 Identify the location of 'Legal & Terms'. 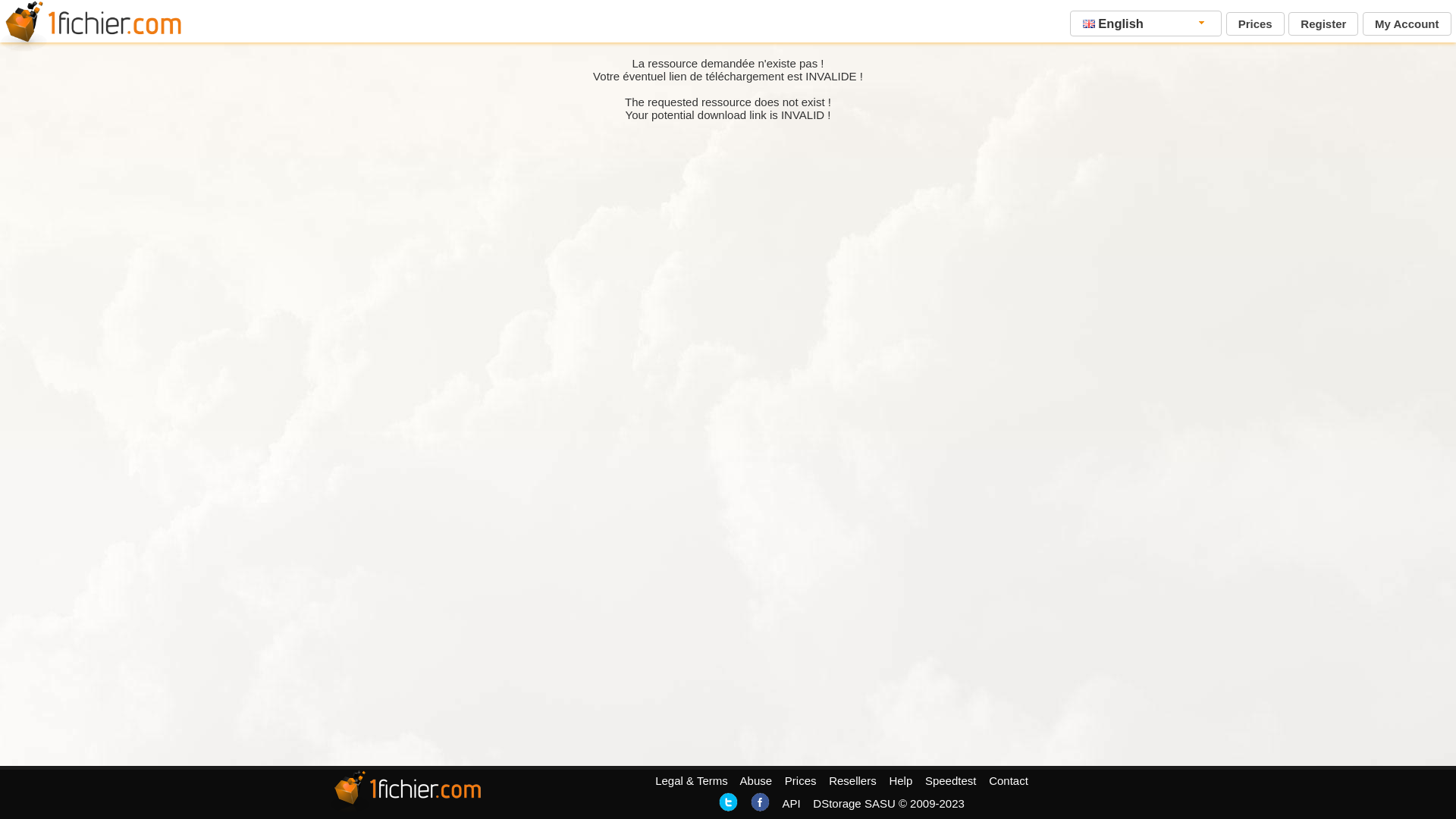
(691, 780).